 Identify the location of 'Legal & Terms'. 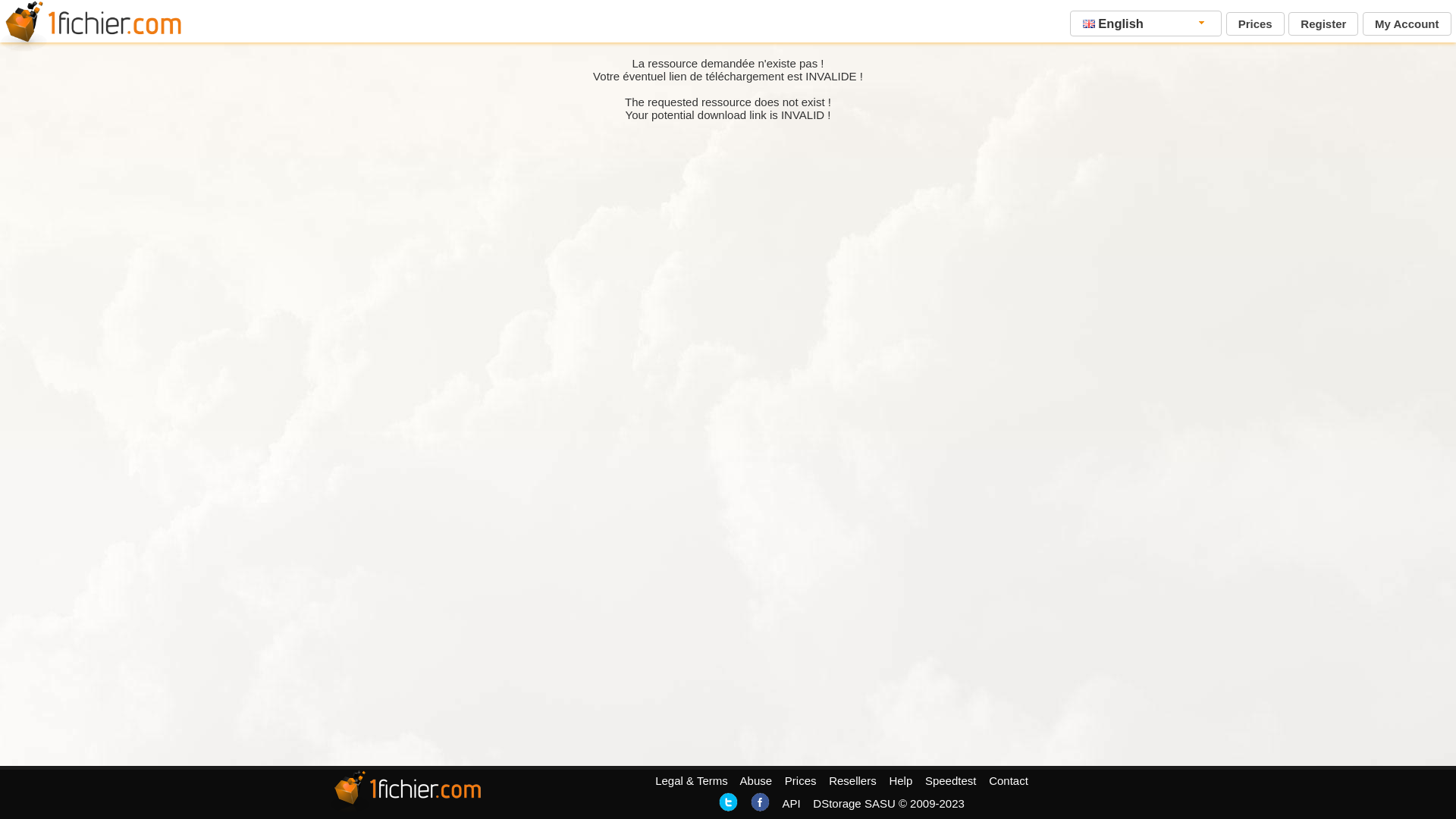
(691, 780).